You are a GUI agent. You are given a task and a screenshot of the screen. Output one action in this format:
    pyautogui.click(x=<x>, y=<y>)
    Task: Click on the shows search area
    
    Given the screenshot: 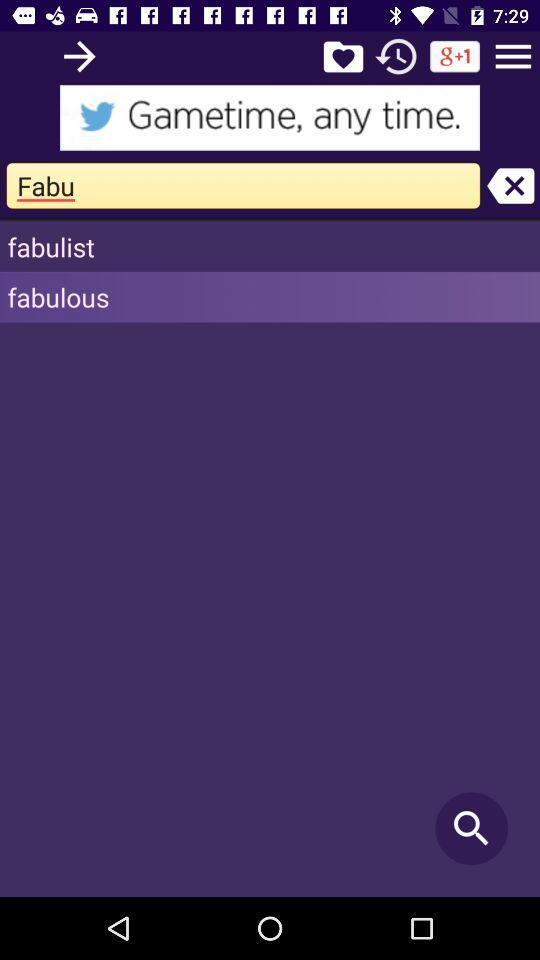 What is the action you would take?
    pyautogui.click(x=270, y=117)
    